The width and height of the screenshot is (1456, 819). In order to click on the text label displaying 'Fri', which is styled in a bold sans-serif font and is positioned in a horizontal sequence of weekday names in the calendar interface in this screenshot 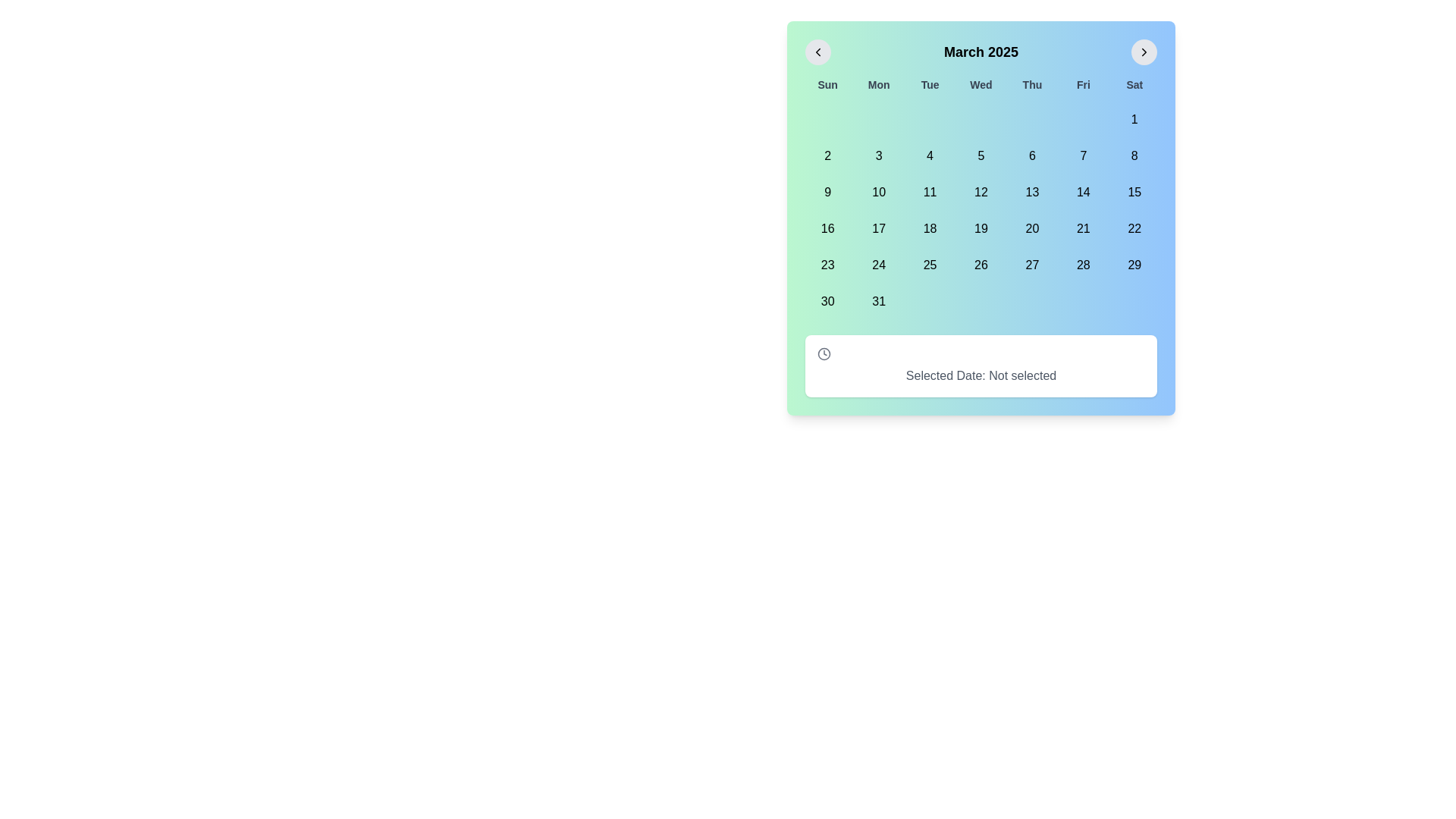, I will do `click(1082, 84)`.